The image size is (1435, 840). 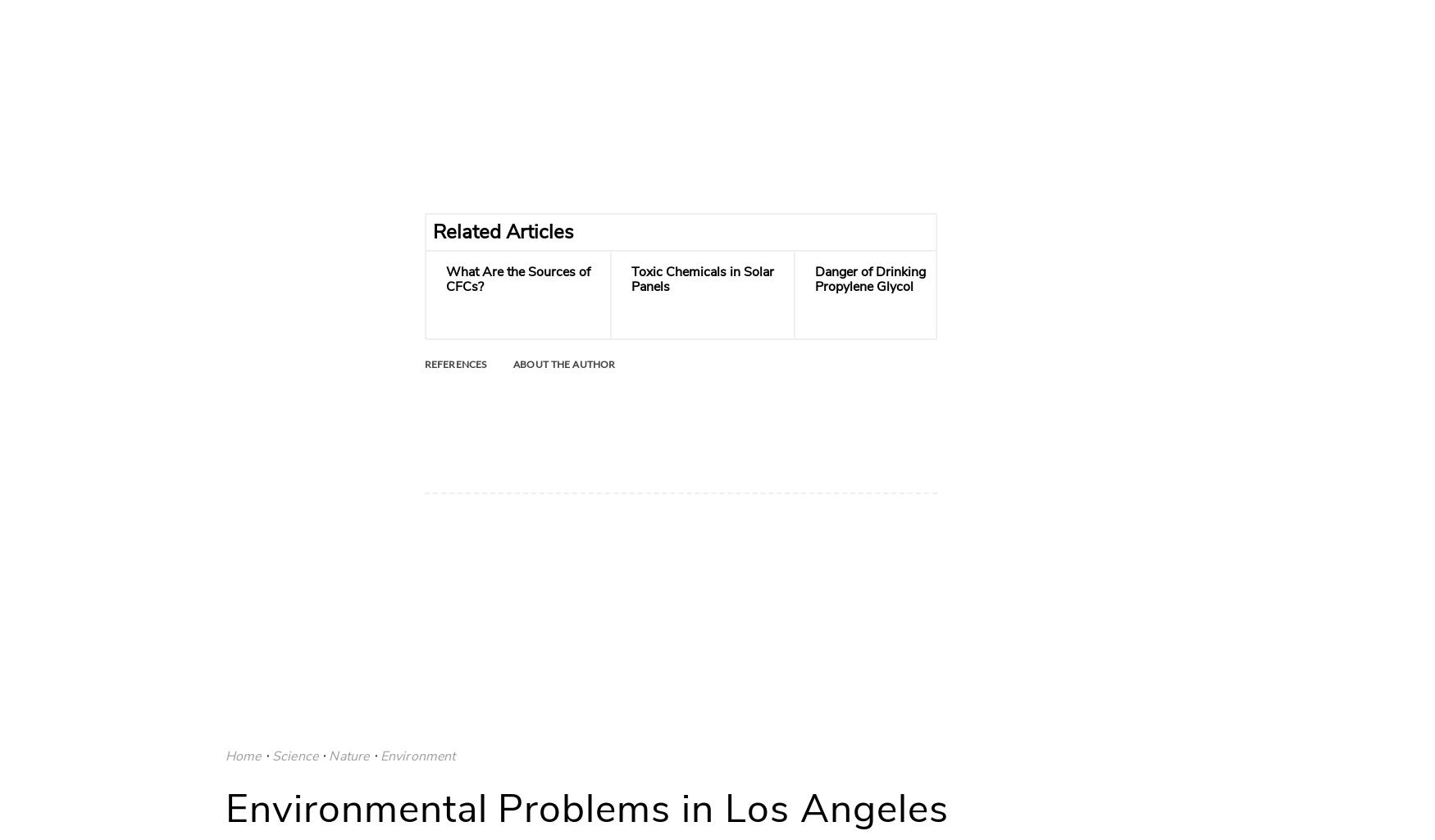 What do you see at coordinates (1249, 286) in the screenshot?
I see `'What Are the Dangers of Accidentally Burning Styrofoam?'` at bounding box center [1249, 286].